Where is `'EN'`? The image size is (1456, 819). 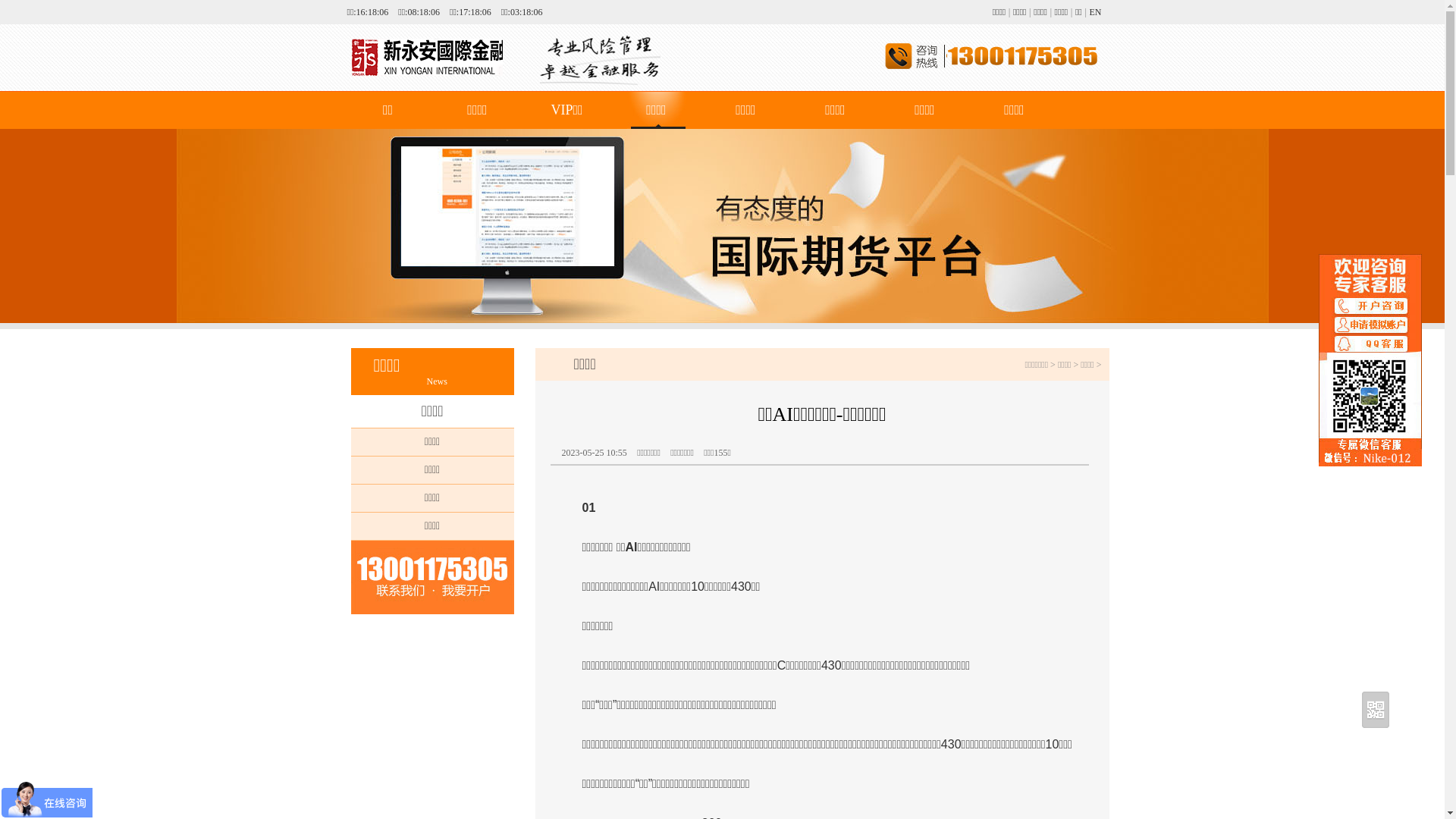
'EN' is located at coordinates (1095, 11).